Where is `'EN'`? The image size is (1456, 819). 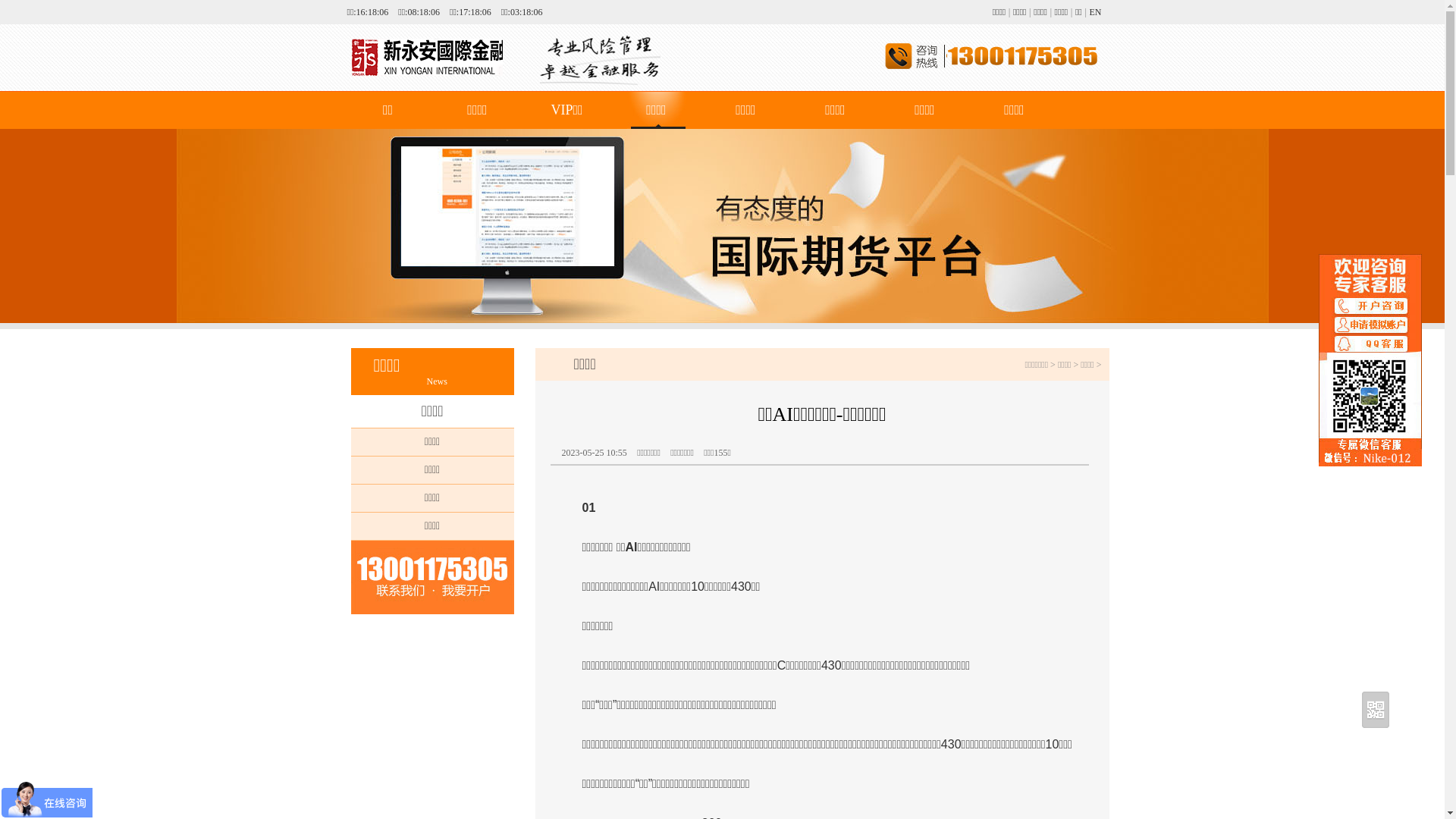
'EN' is located at coordinates (1095, 11).